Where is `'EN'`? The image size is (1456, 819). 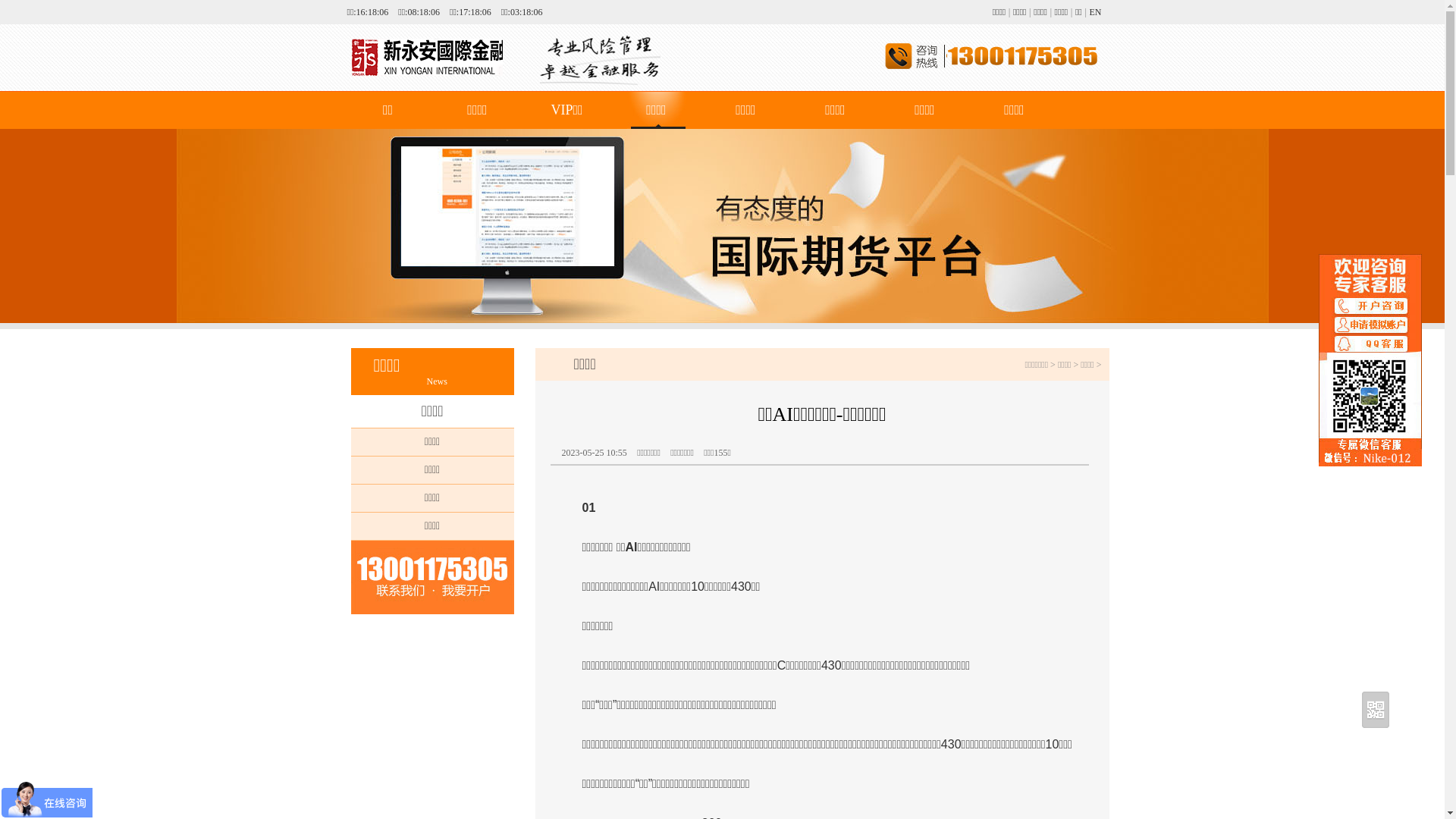
'EN' is located at coordinates (1095, 11).